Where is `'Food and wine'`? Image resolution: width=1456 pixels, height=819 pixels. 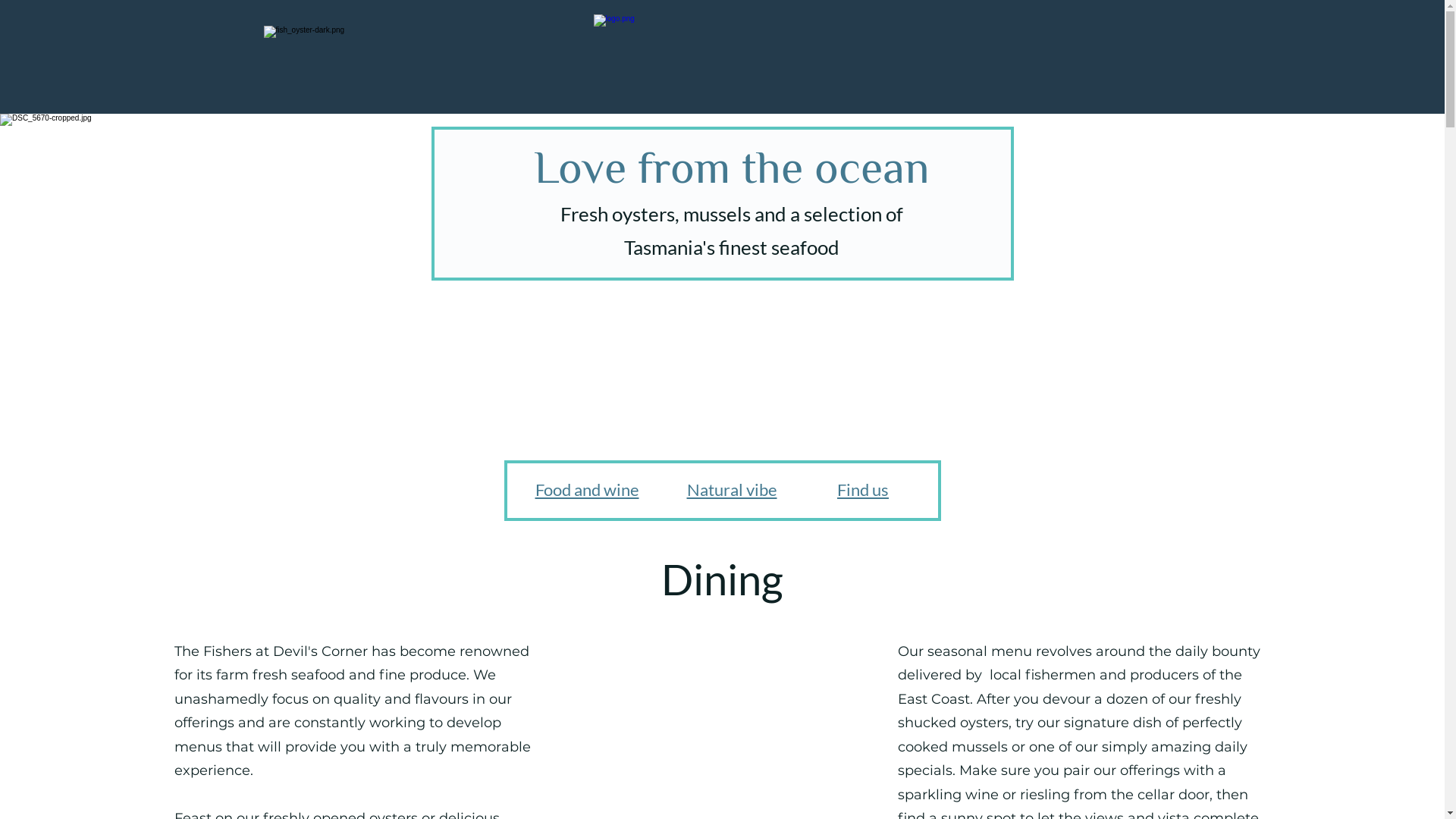 'Food and wine' is located at coordinates (535, 489).